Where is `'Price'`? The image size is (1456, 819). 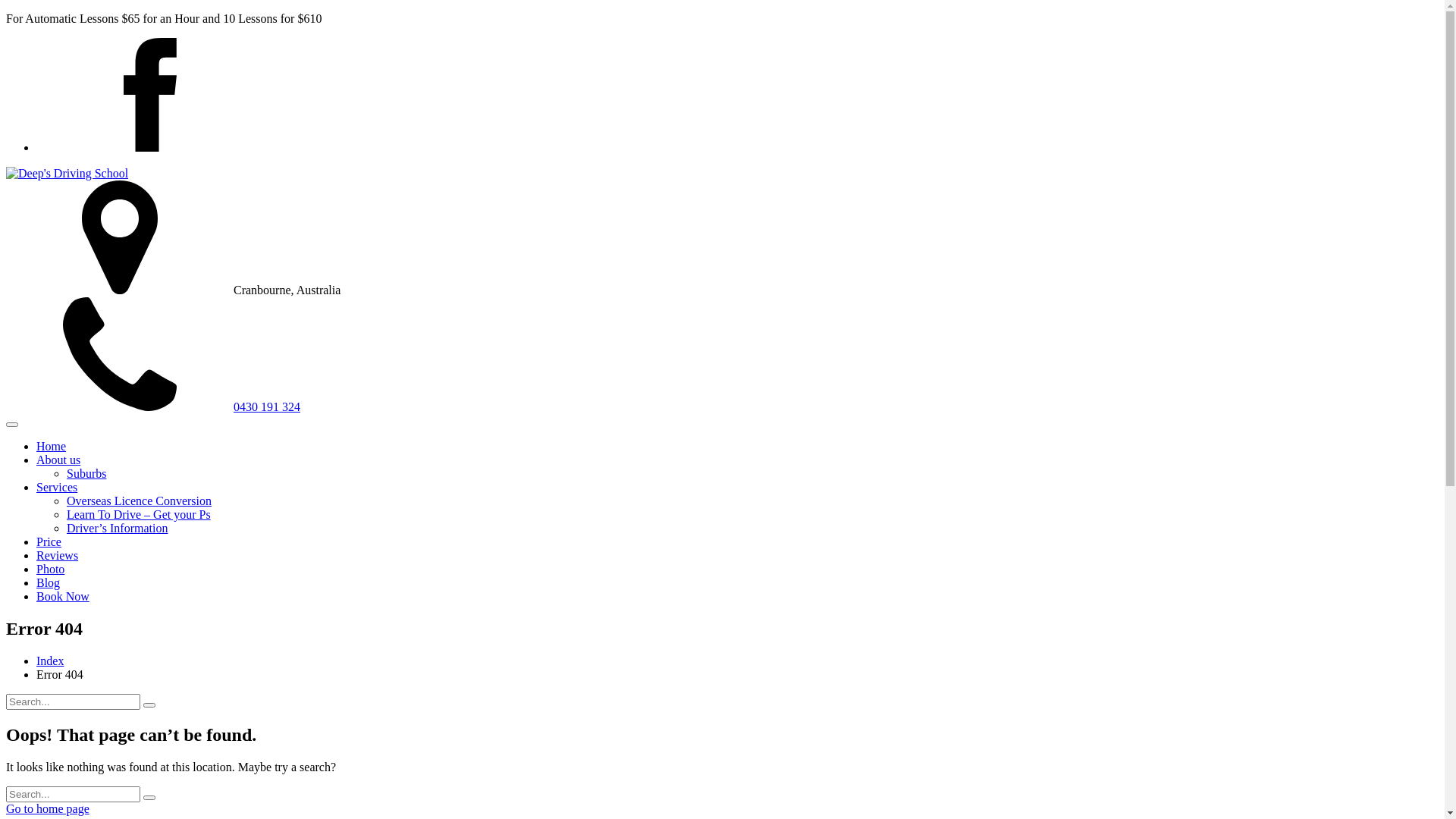 'Price' is located at coordinates (49, 541).